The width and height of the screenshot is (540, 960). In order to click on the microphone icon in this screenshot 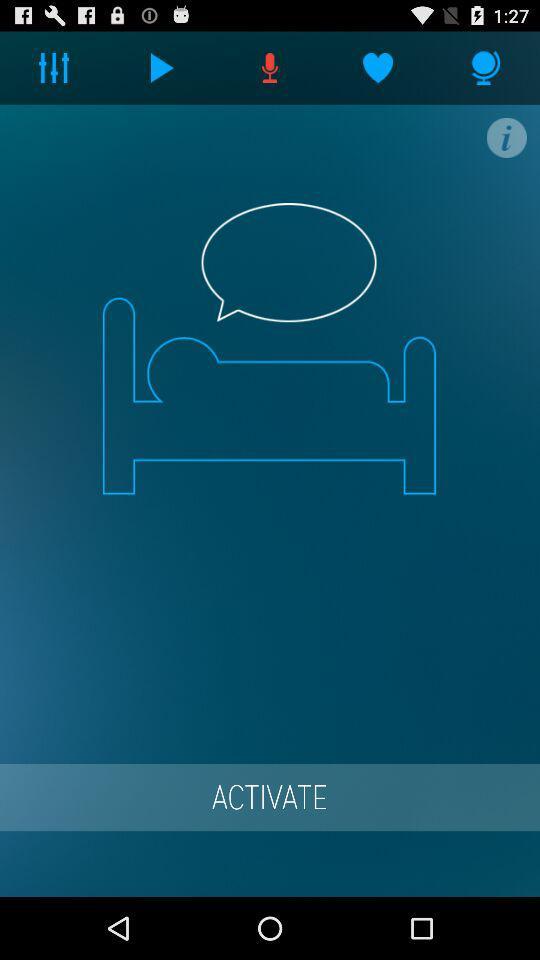, I will do `click(485, 72)`.